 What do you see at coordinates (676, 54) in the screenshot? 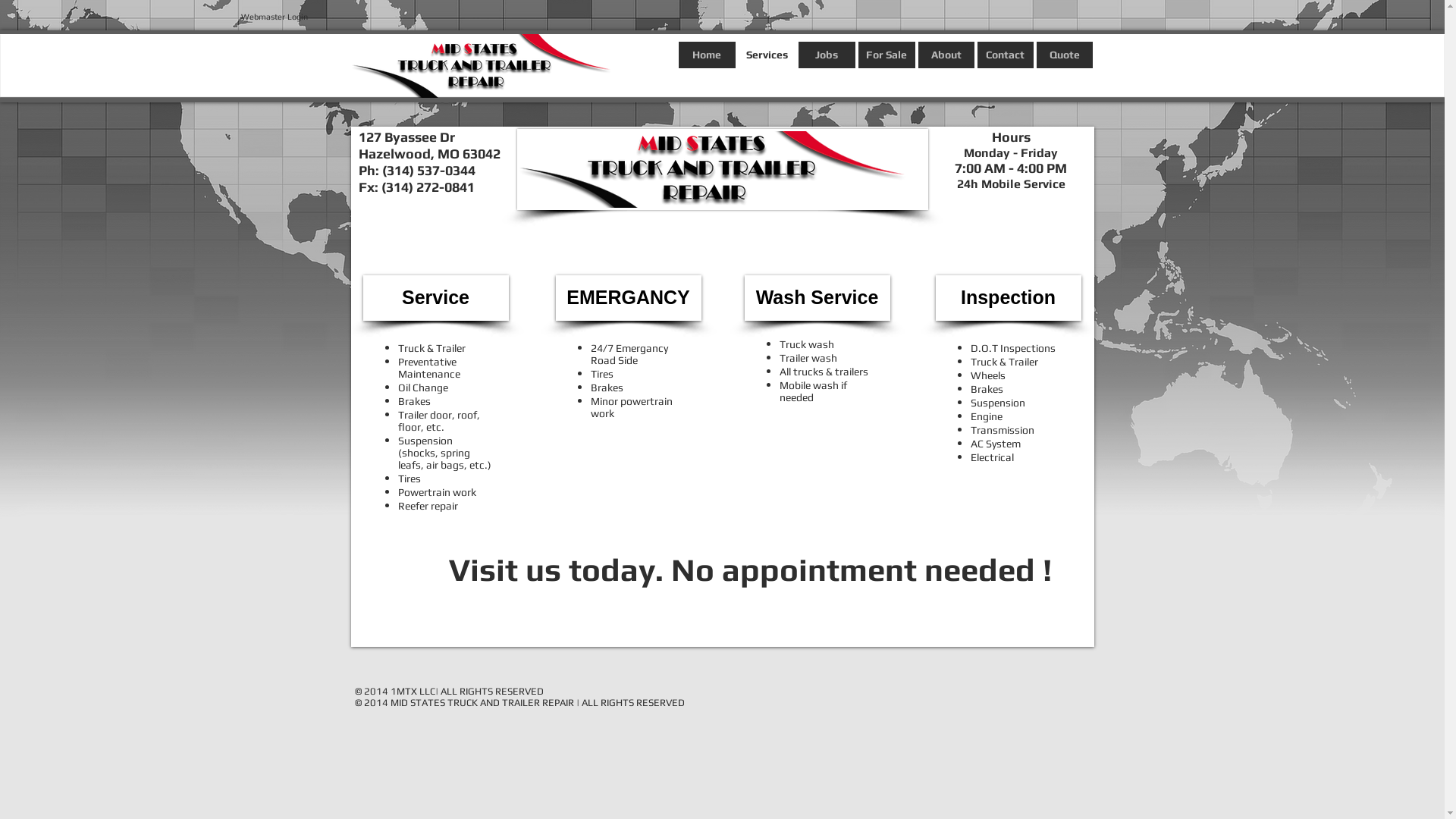
I see `'Home'` at bounding box center [676, 54].